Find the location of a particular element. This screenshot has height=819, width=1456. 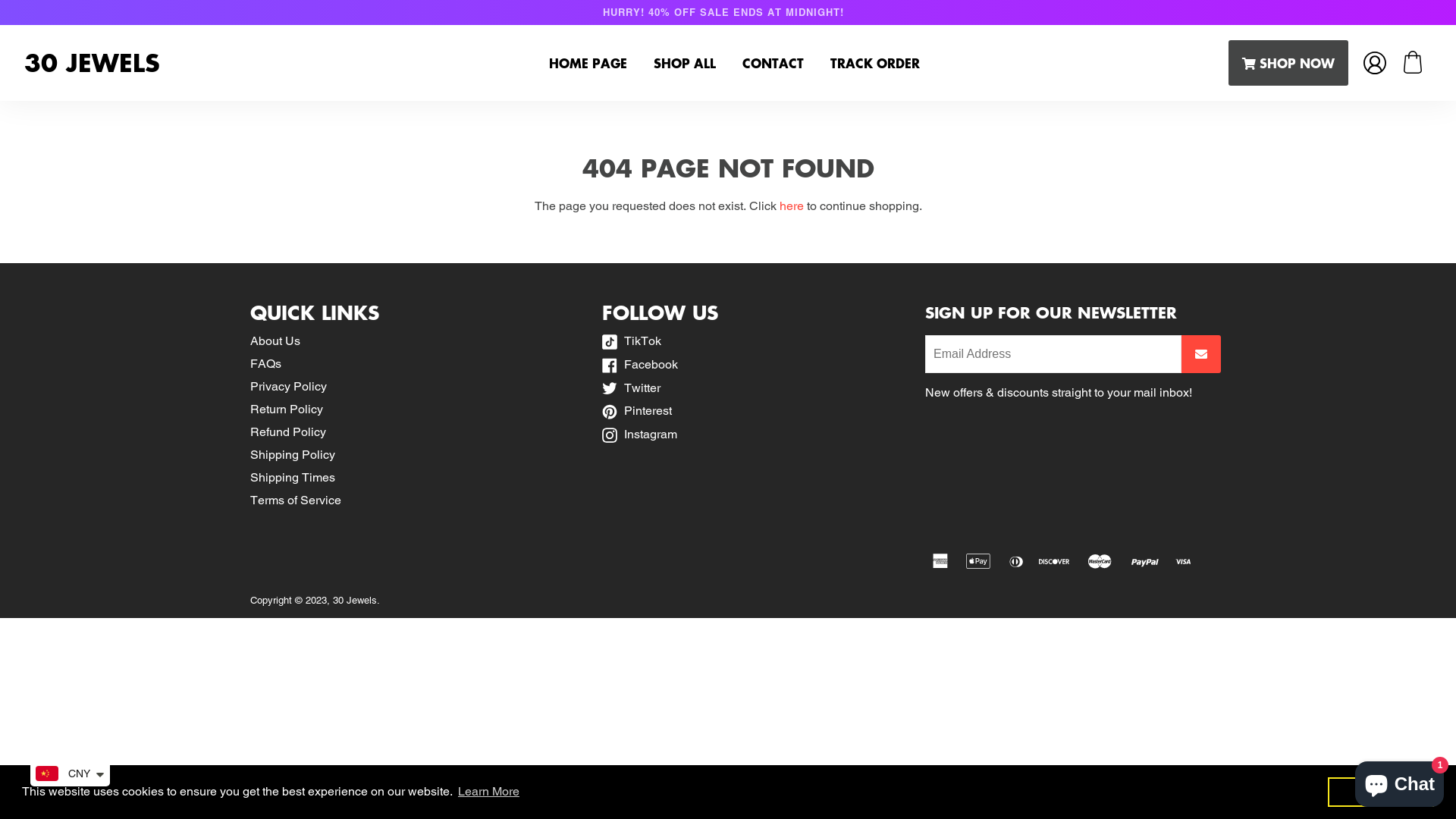

'Instagram' is located at coordinates (639, 434).